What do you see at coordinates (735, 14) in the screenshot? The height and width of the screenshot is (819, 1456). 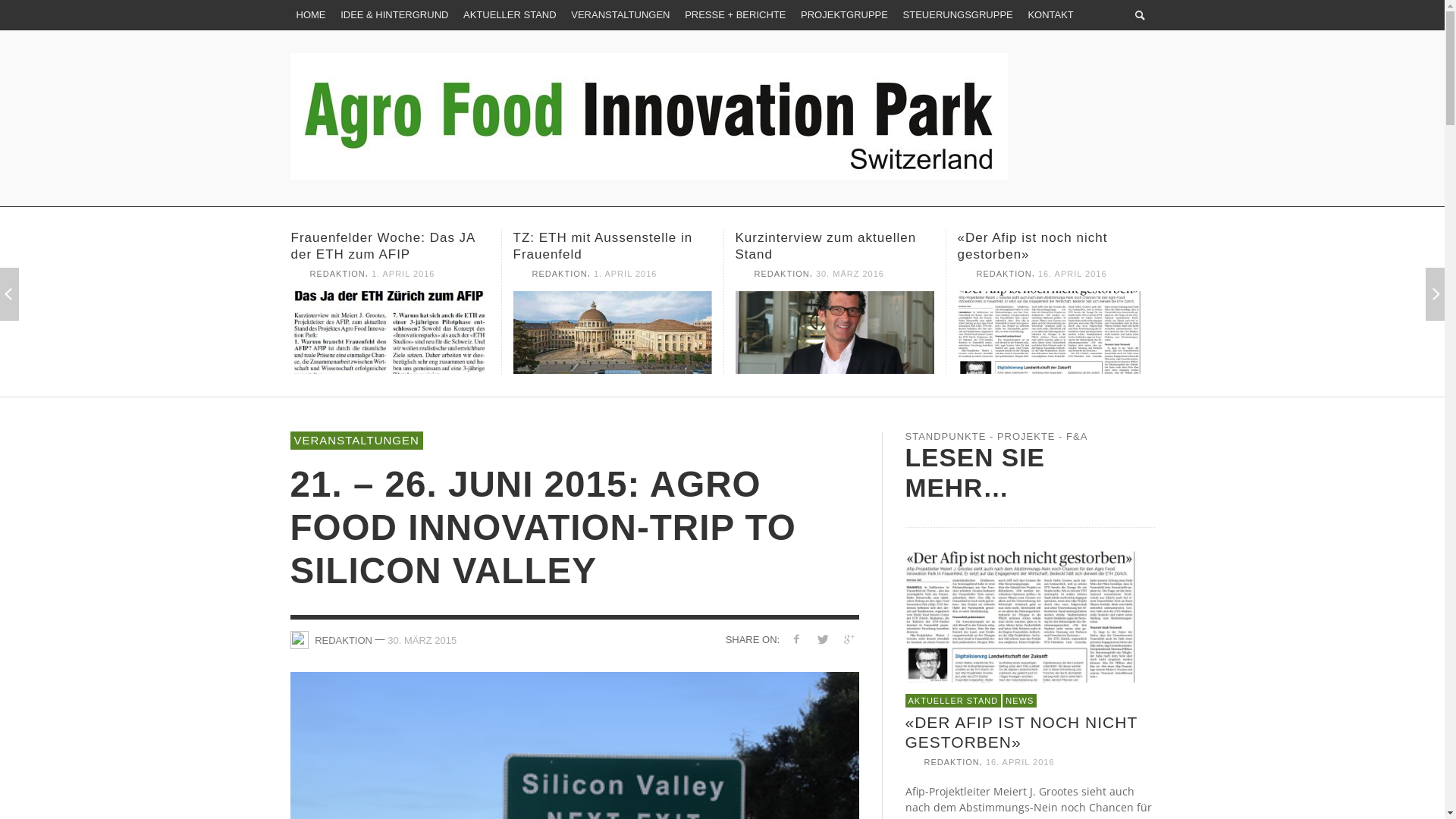 I see `'PRESSE + BERICHTE'` at bounding box center [735, 14].